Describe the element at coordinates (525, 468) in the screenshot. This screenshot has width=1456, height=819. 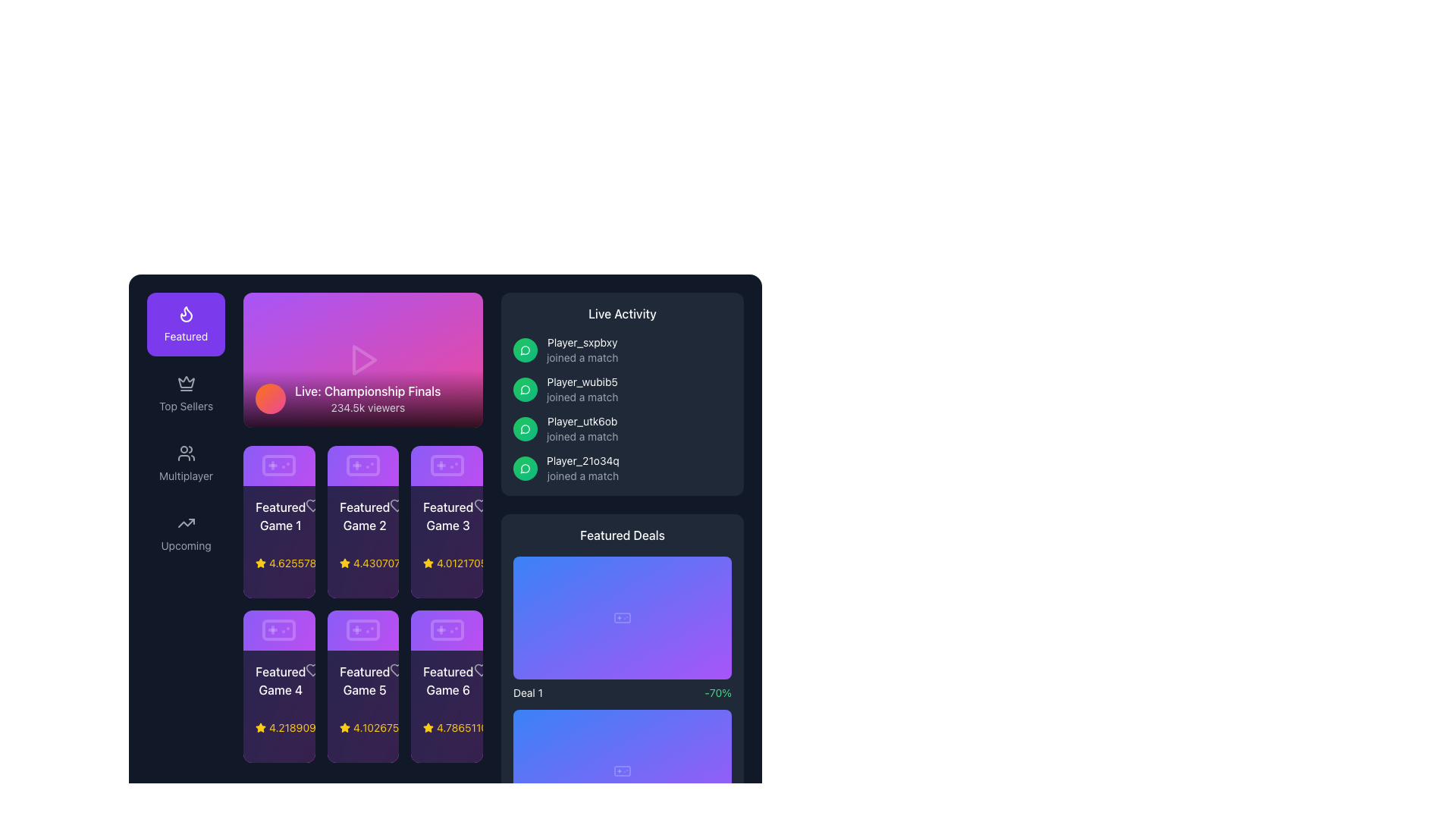
I see `the chat bubble icon with a green background located in the right panel under the 'Live Activity' section` at that location.